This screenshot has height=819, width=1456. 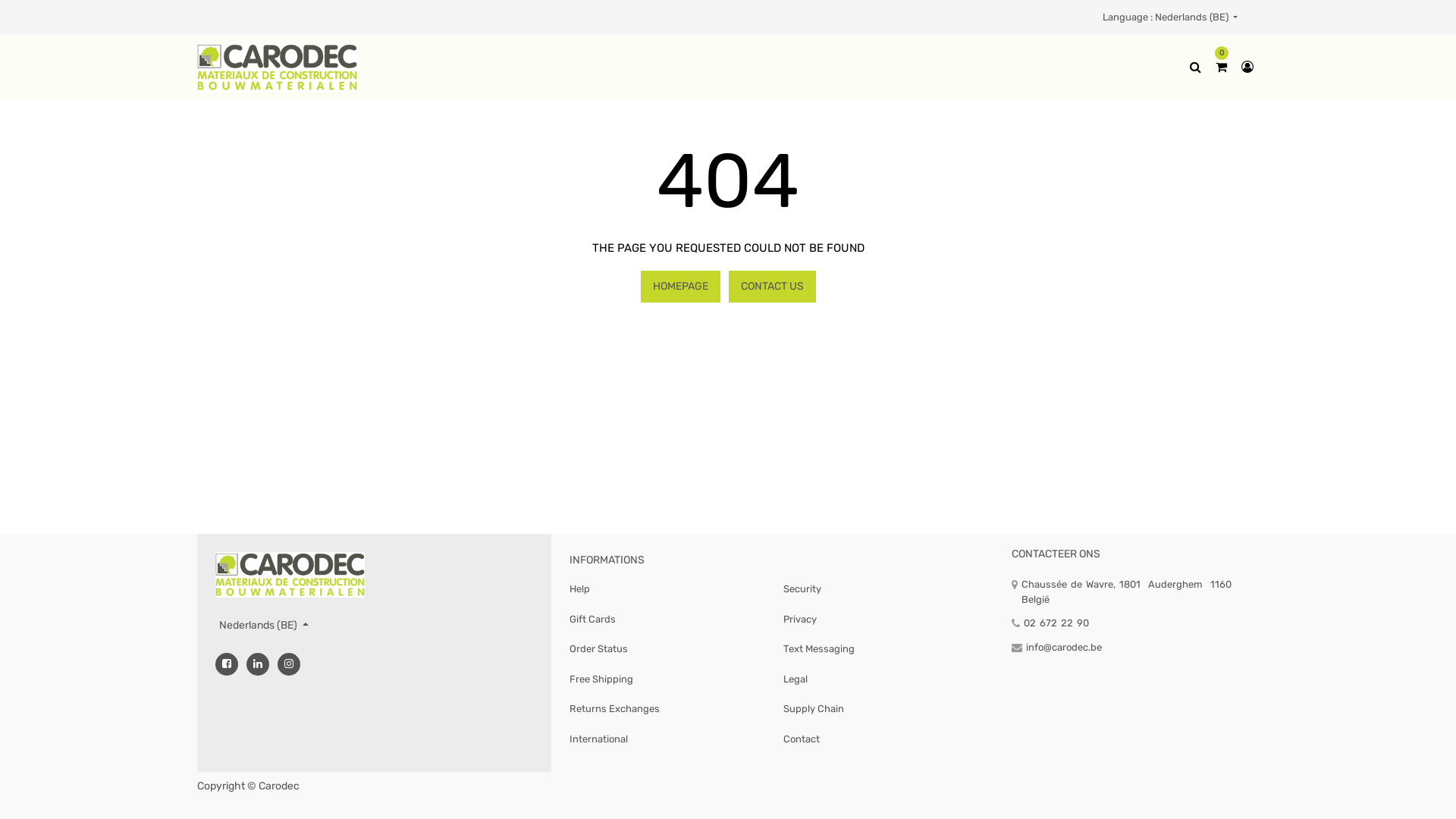 What do you see at coordinates (263, 625) in the screenshot?
I see `'Nederlands (BE)'` at bounding box center [263, 625].